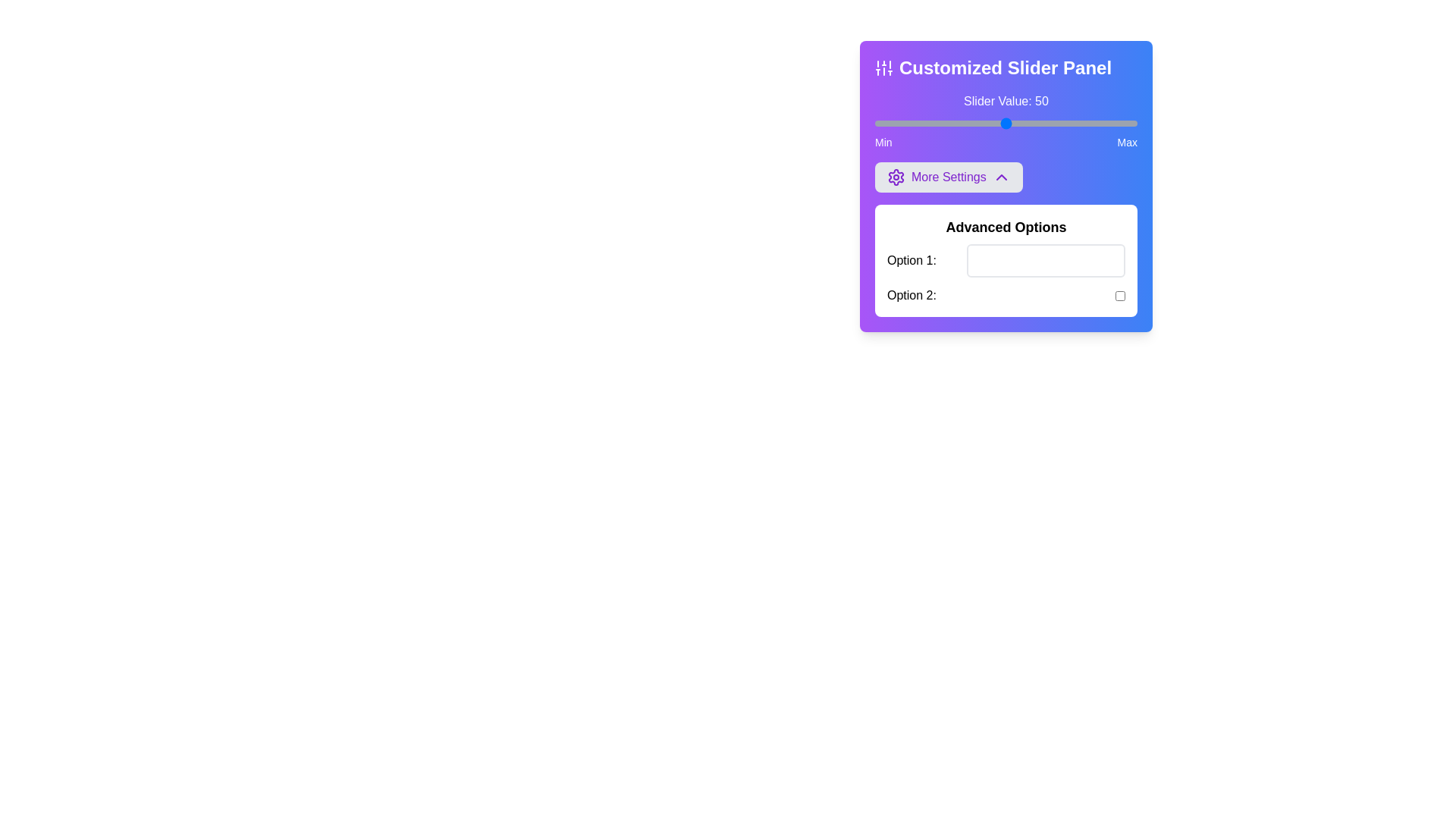  What do you see at coordinates (990, 122) in the screenshot?
I see `the slider's value` at bounding box center [990, 122].